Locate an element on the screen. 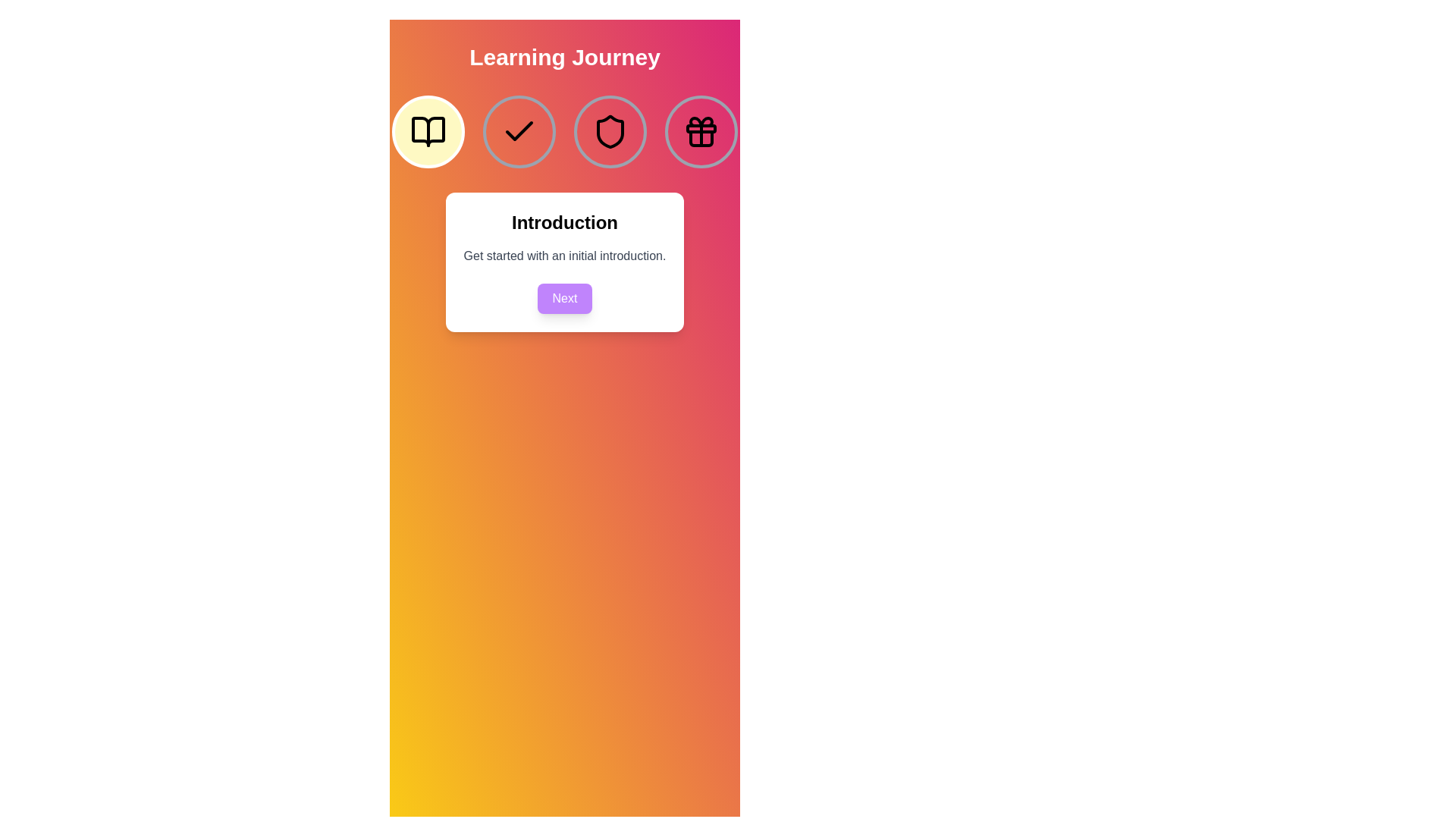 The width and height of the screenshot is (1456, 819). the step icon corresponding to Learning is located at coordinates (519, 130).